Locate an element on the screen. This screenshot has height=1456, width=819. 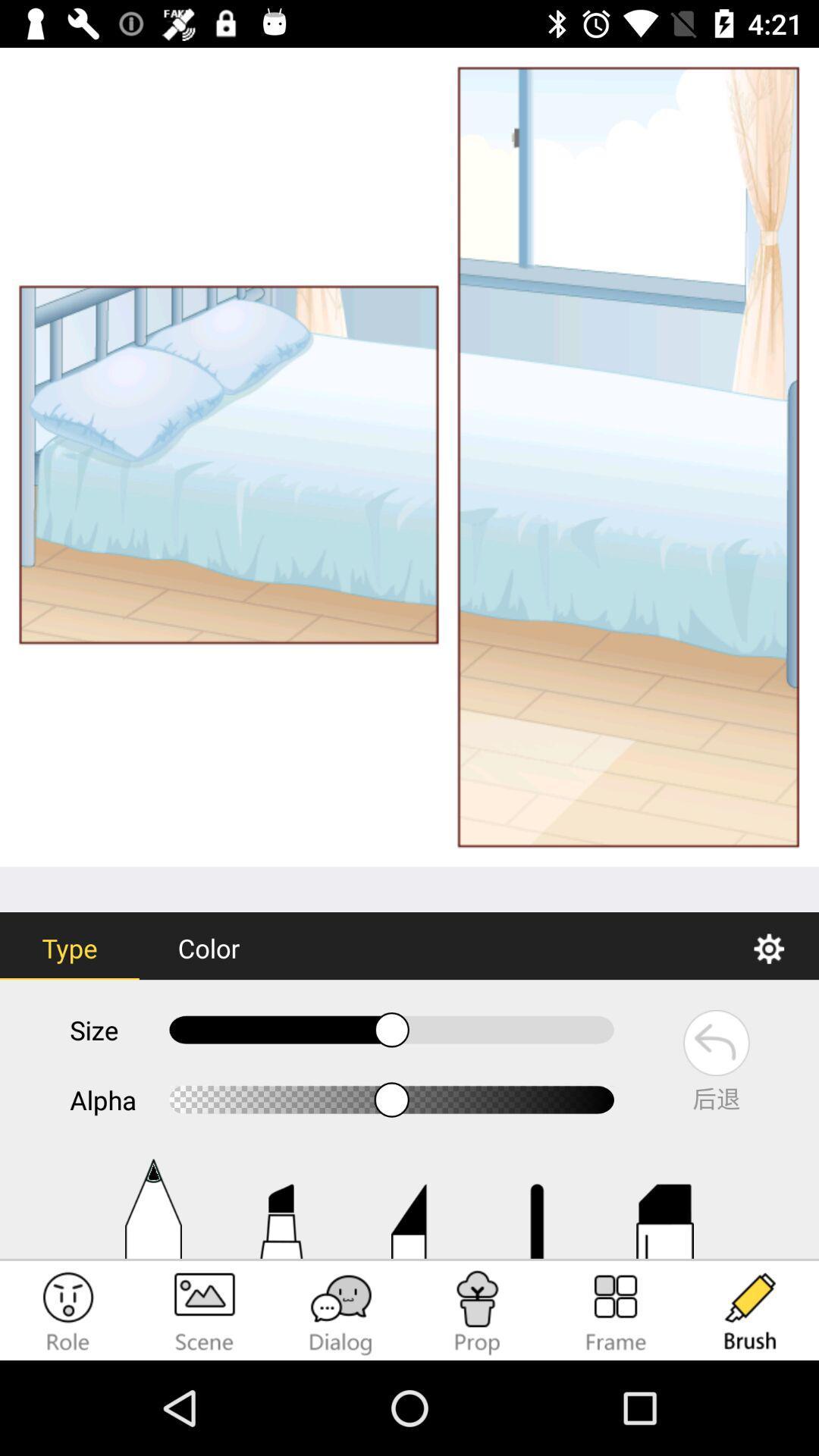
the chat icon is located at coordinates (341, 1312).